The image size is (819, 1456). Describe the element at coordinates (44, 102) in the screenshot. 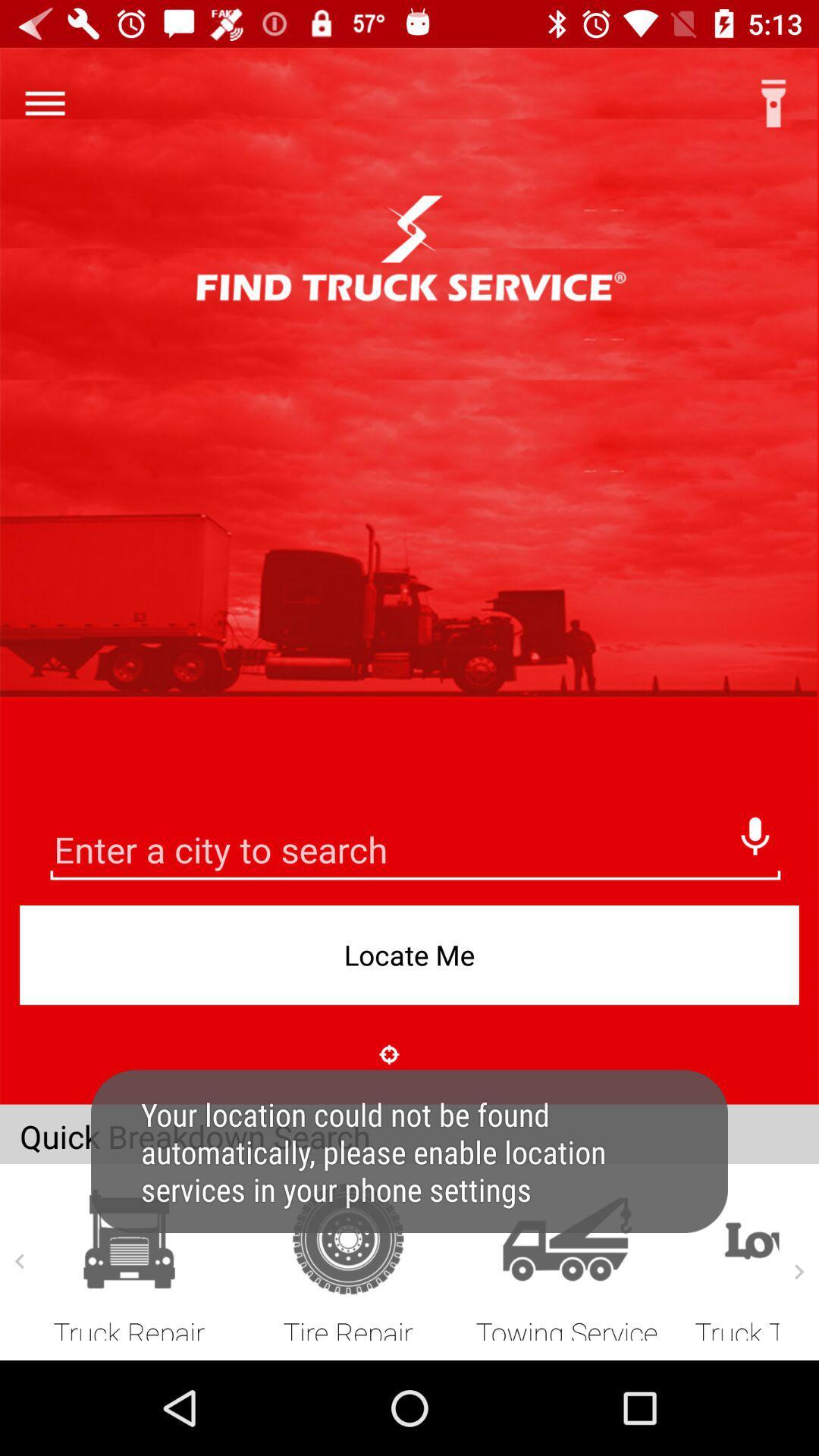

I see `menu` at that location.